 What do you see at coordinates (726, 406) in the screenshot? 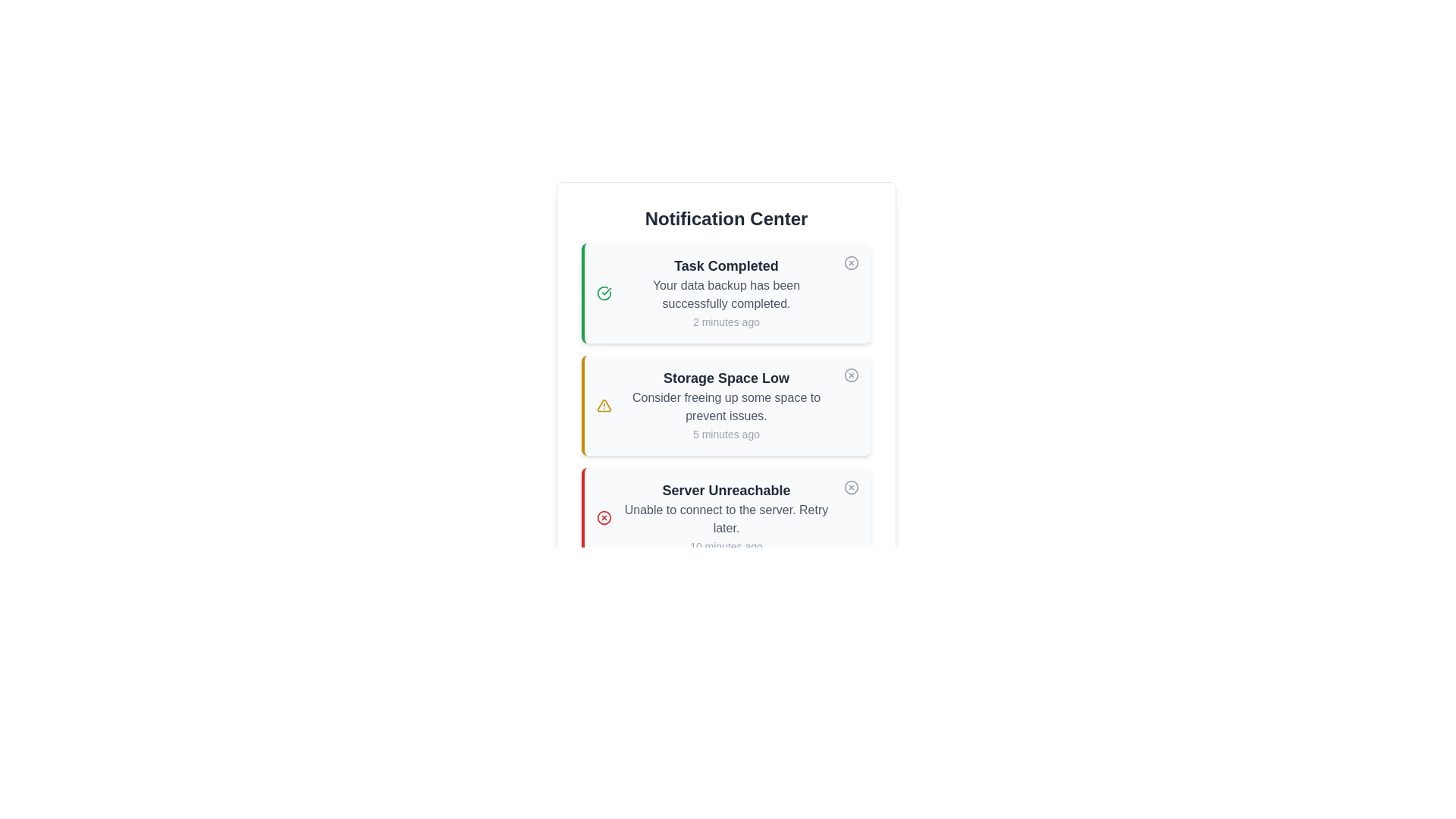
I see `the descriptive text related to low storage space in the second notification card of the Notification Center` at bounding box center [726, 406].